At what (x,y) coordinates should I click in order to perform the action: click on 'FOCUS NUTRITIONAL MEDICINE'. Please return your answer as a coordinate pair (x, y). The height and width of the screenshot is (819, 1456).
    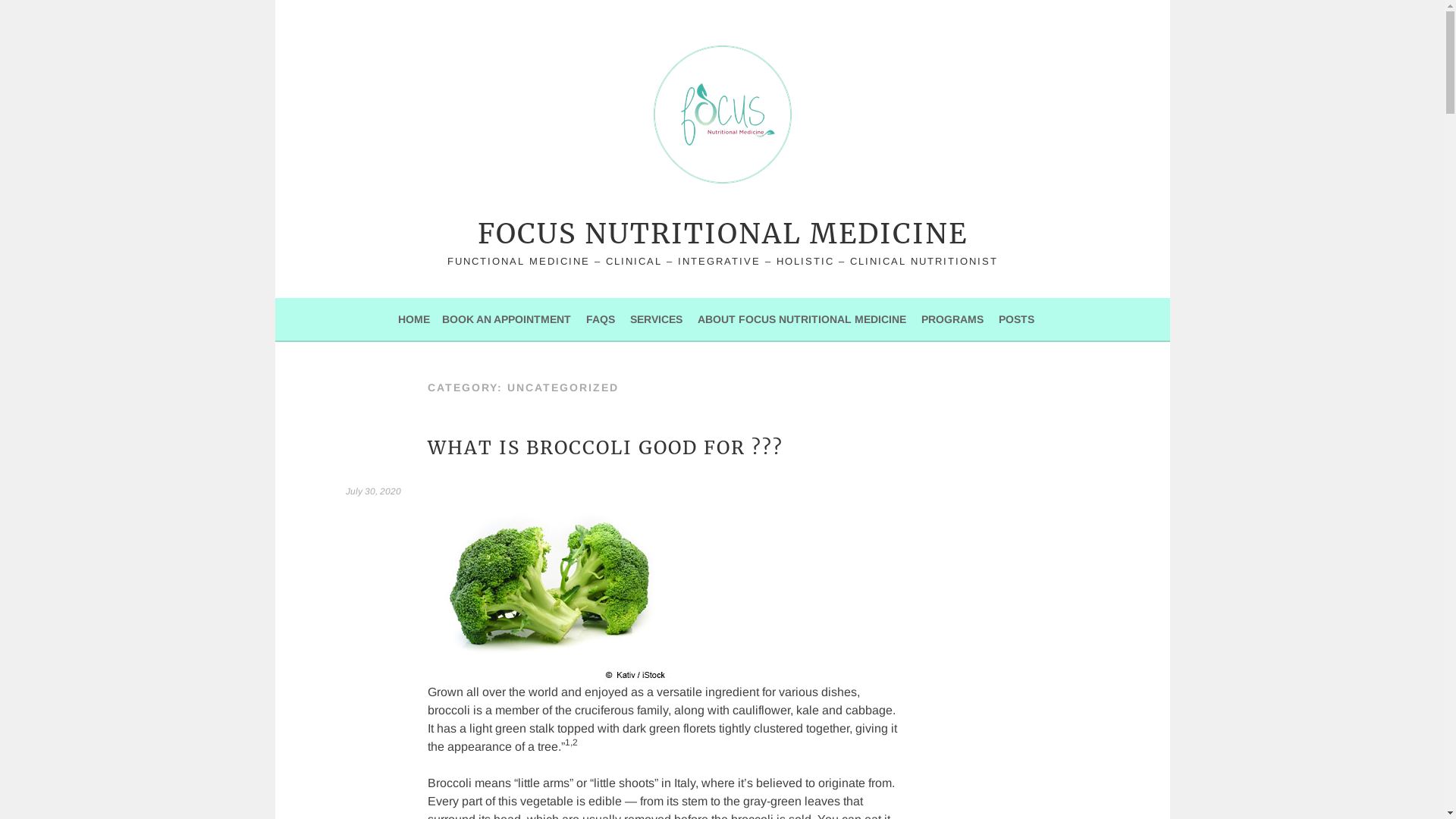
    Looking at the image, I should click on (476, 234).